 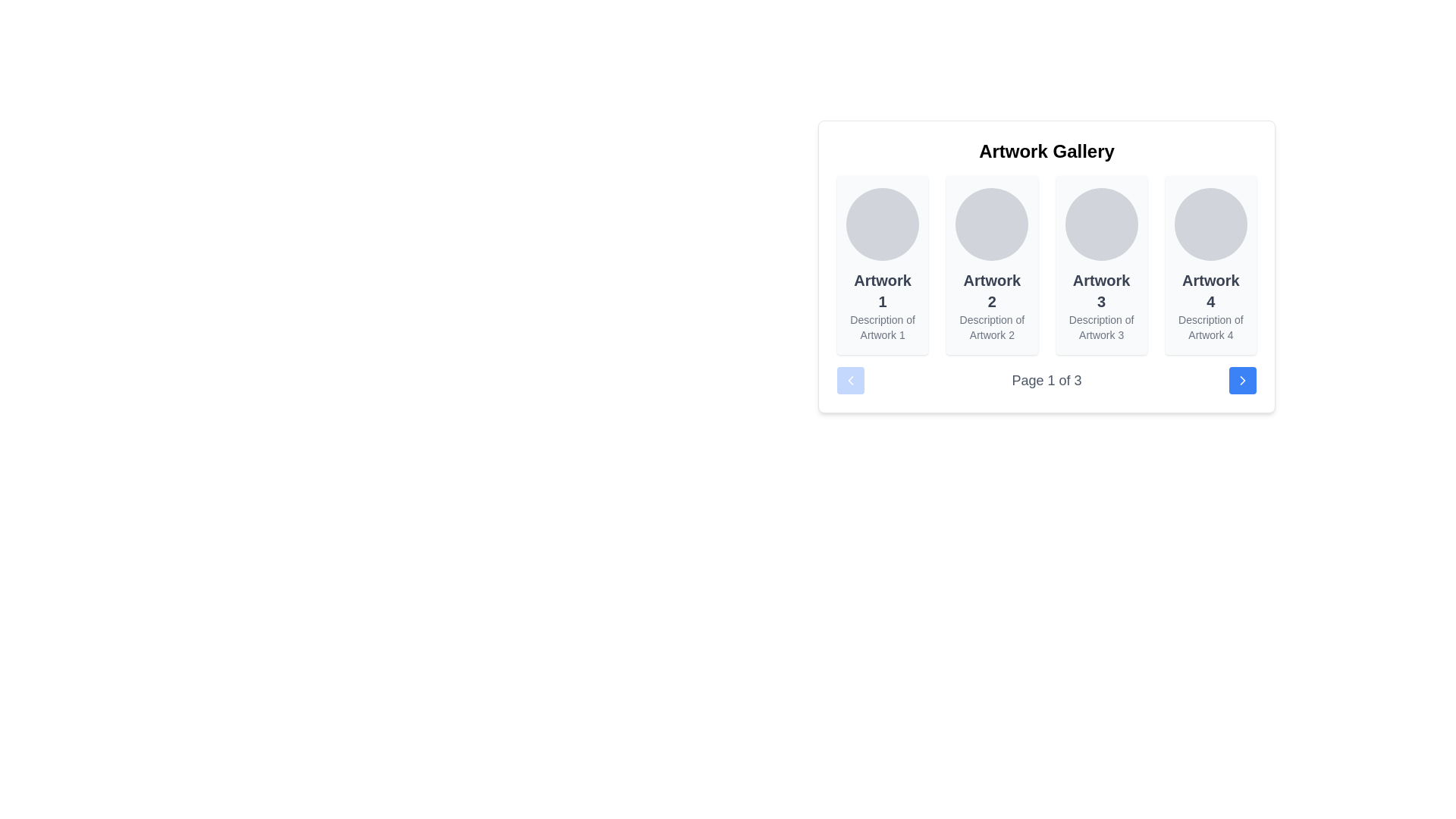 What do you see at coordinates (1046, 379) in the screenshot?
I see `text from the label displaying 'Page 1 of 3', which is centrally located below a gallery of items, to understand the current page information` at bounding box center [1046, 379].